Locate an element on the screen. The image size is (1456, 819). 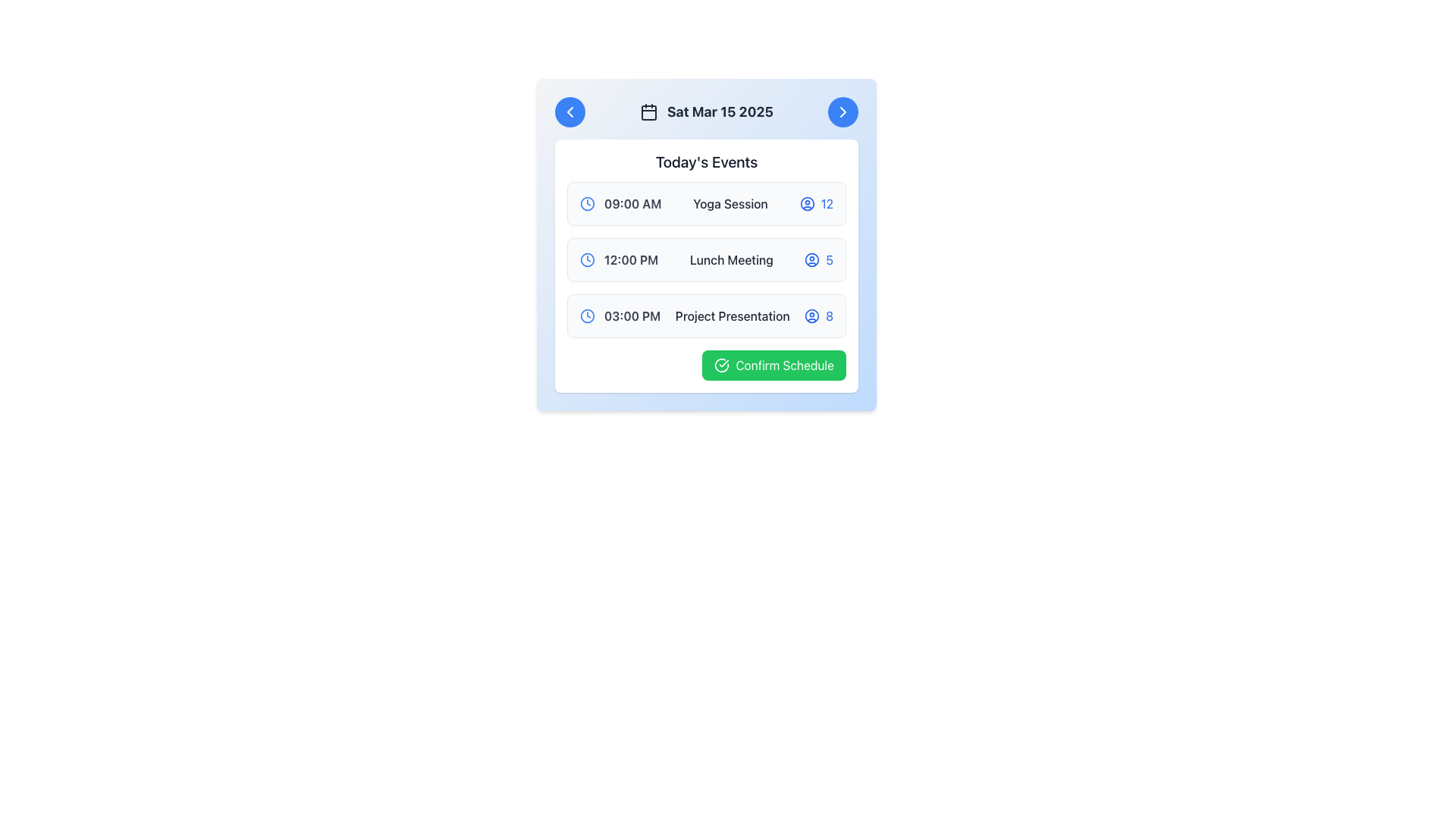
the scheduled event in the vertical list located in the 'Today's Events' section is located at coordinates (705, 259).